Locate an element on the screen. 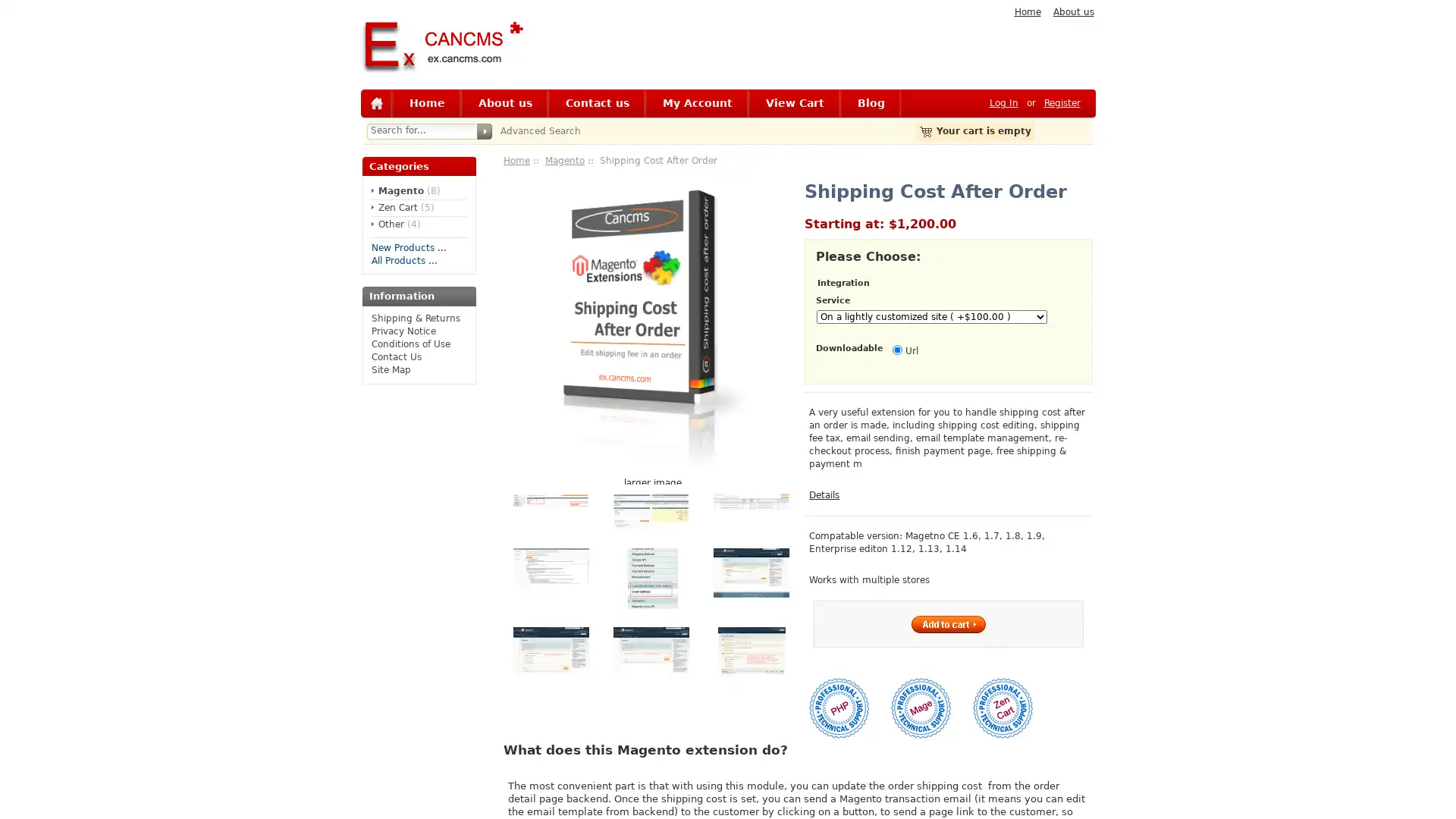  Add to Cart is located at coordinates (947, 623).